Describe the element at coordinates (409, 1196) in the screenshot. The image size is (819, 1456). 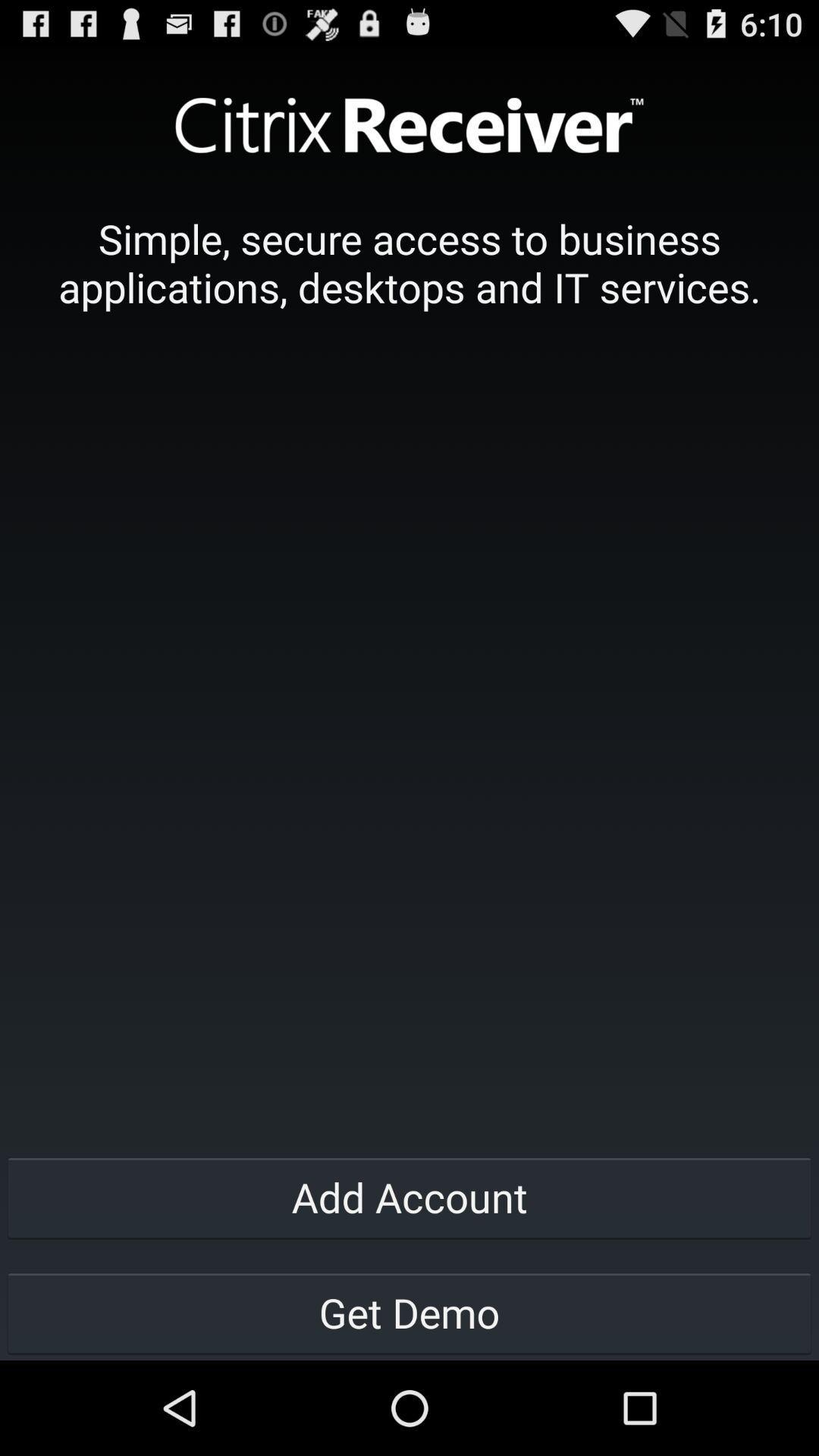
I see `icon below simple secure access app` at that location.